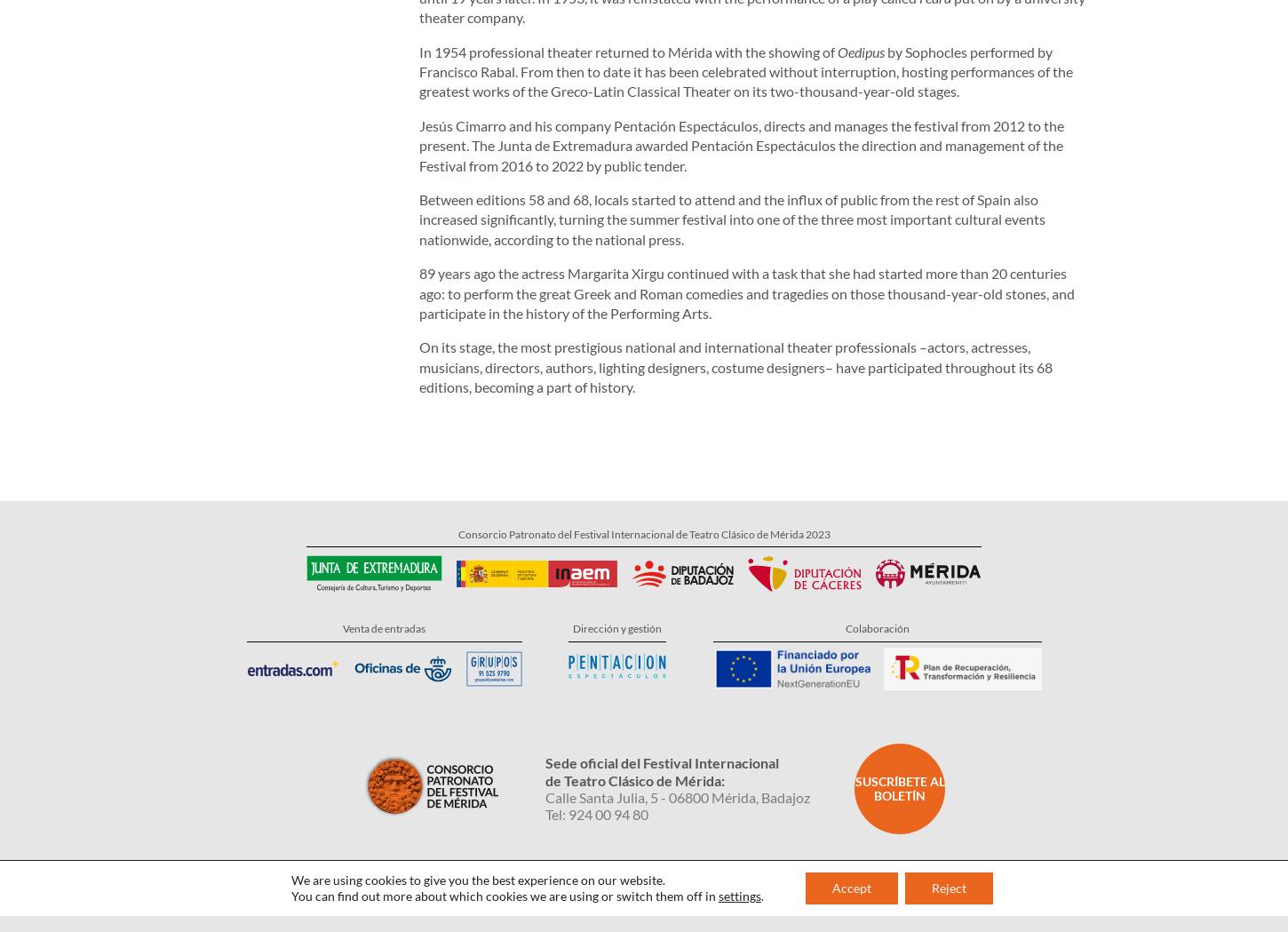  I want to click on 'You can find out more about which cookies we are using or switch them off in', so click(504, 824).